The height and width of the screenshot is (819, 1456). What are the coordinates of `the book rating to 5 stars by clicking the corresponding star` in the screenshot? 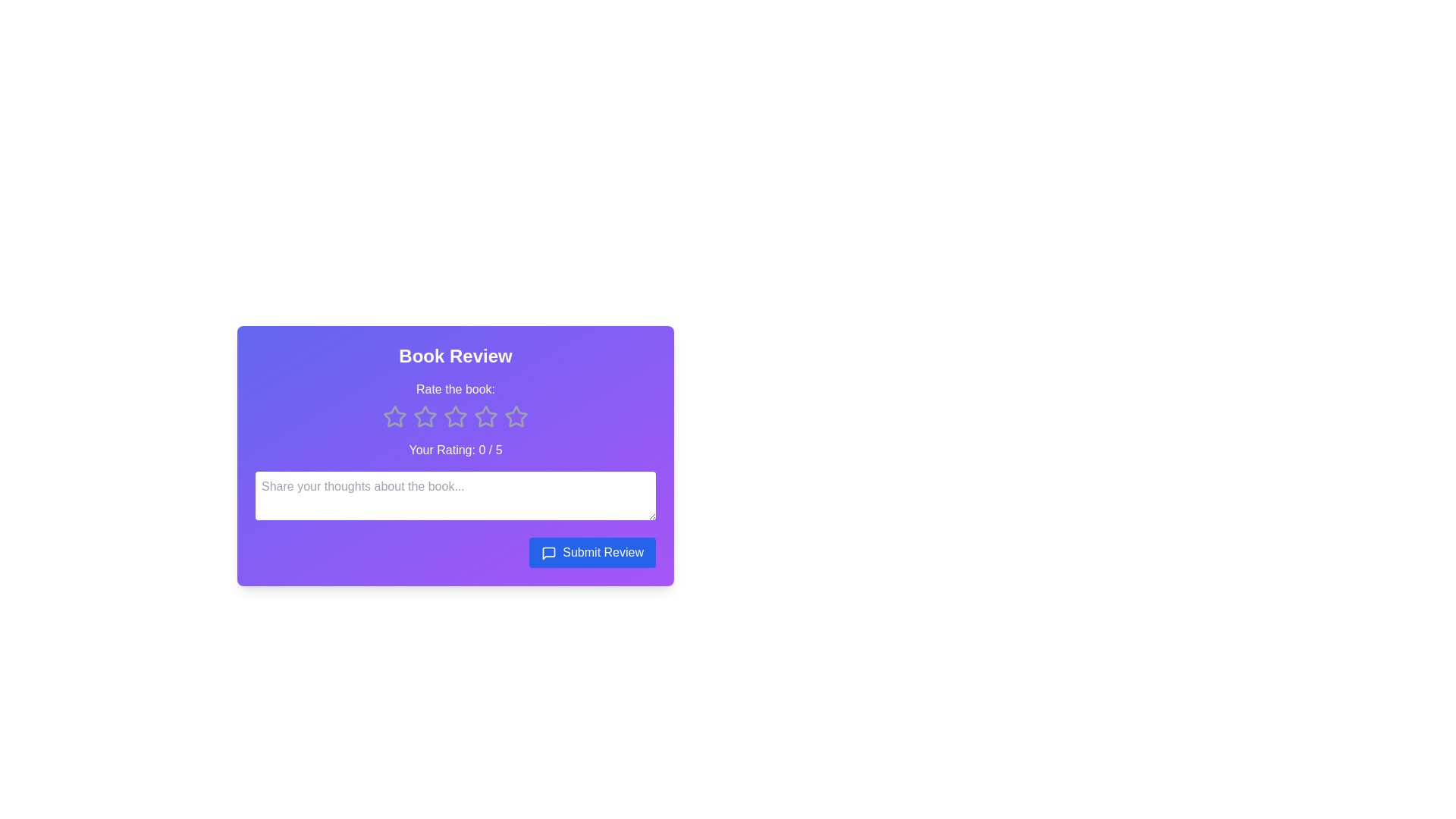 It's located at (516, 417).